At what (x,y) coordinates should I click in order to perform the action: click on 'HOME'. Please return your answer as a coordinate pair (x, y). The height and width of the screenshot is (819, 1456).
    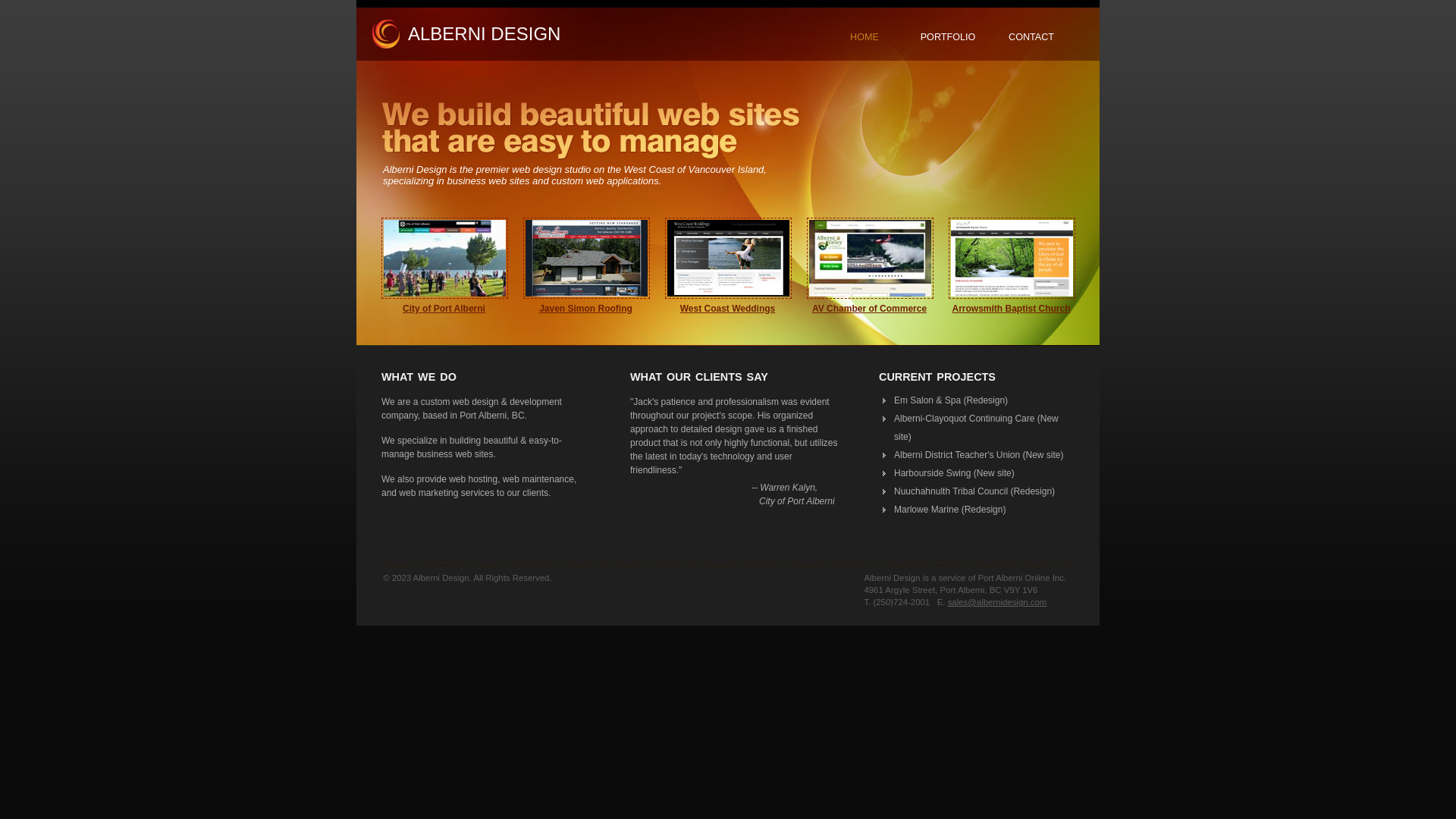
    Looking at the image, I should click on (864, 36).